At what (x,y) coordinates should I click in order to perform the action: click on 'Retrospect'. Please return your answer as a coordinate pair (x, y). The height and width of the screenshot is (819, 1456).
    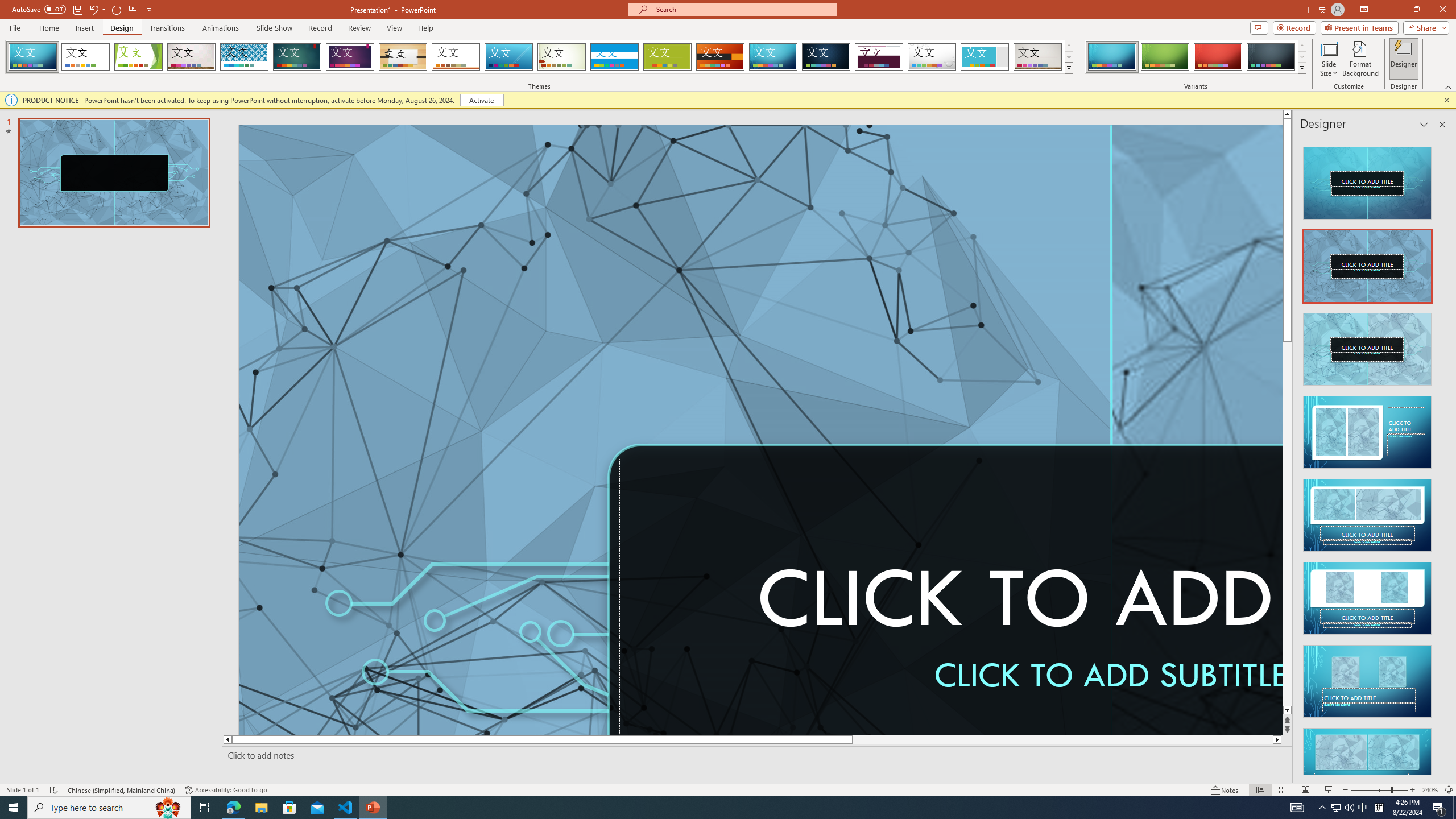
    Looking at the image, I should click on (455, 56).